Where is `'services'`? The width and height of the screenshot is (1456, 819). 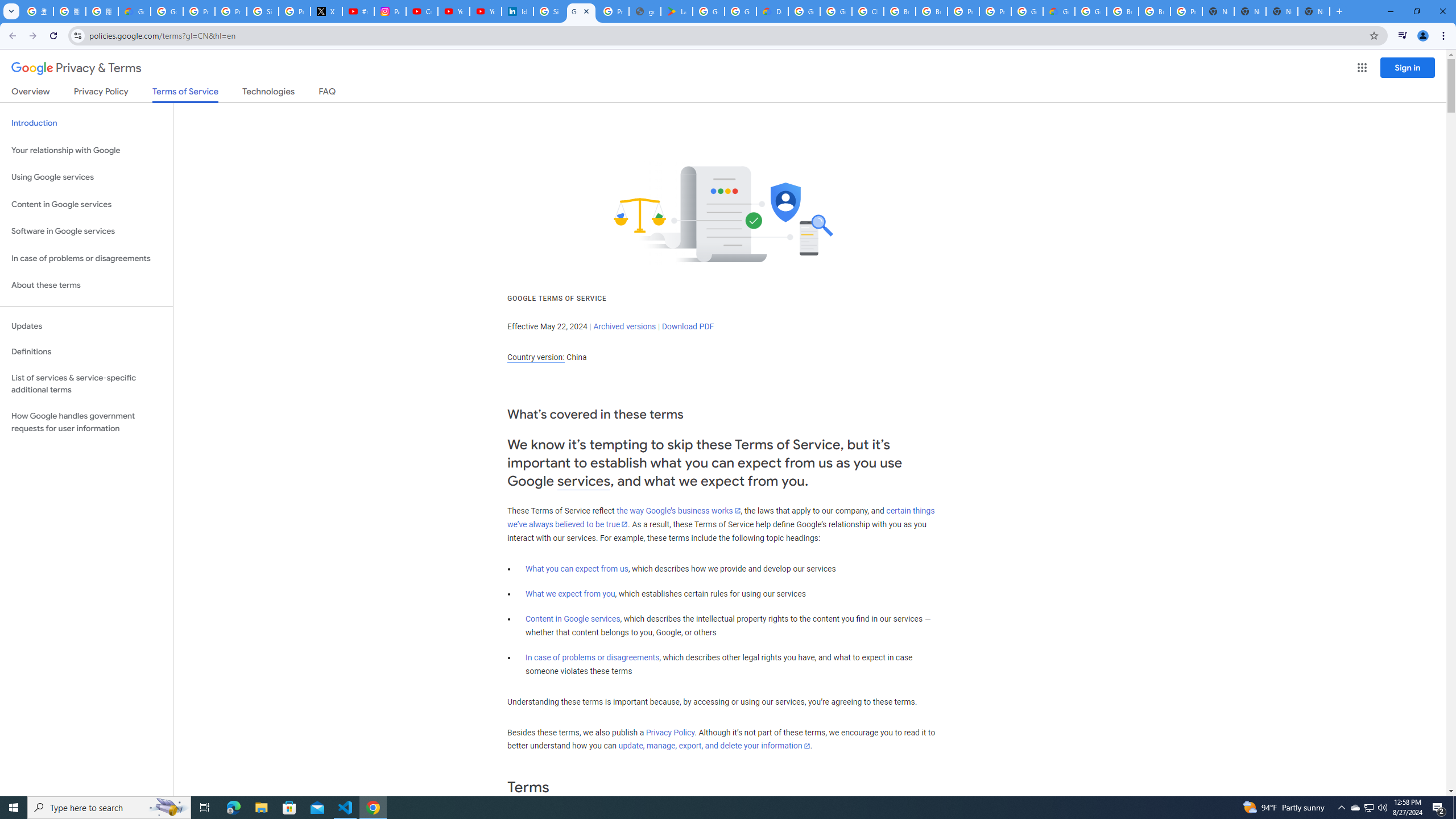
'services' is located at coordinates (584, 481).